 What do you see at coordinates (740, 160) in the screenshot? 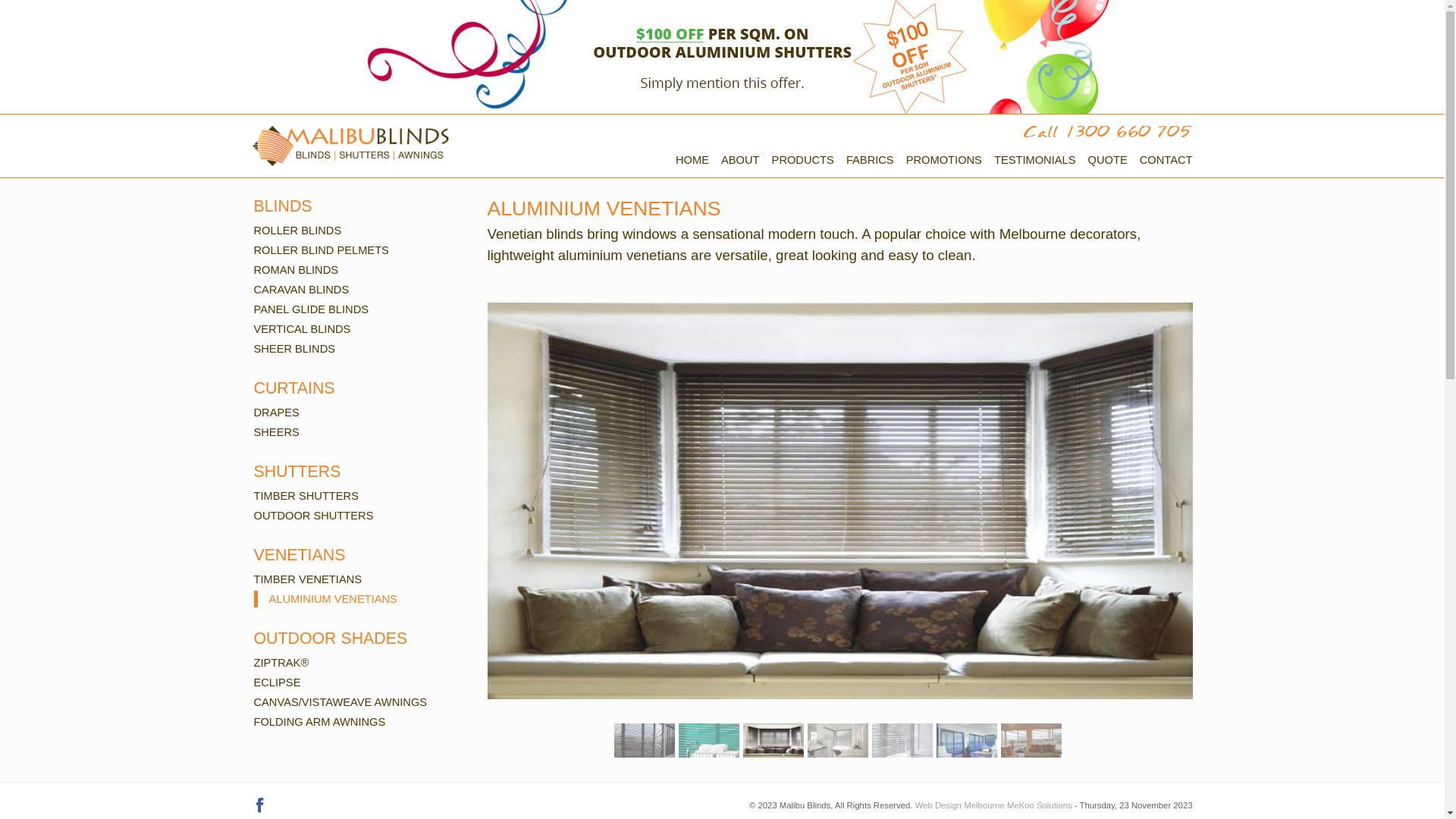
I see `'ABOUT'` at bounding box center [740, 160].